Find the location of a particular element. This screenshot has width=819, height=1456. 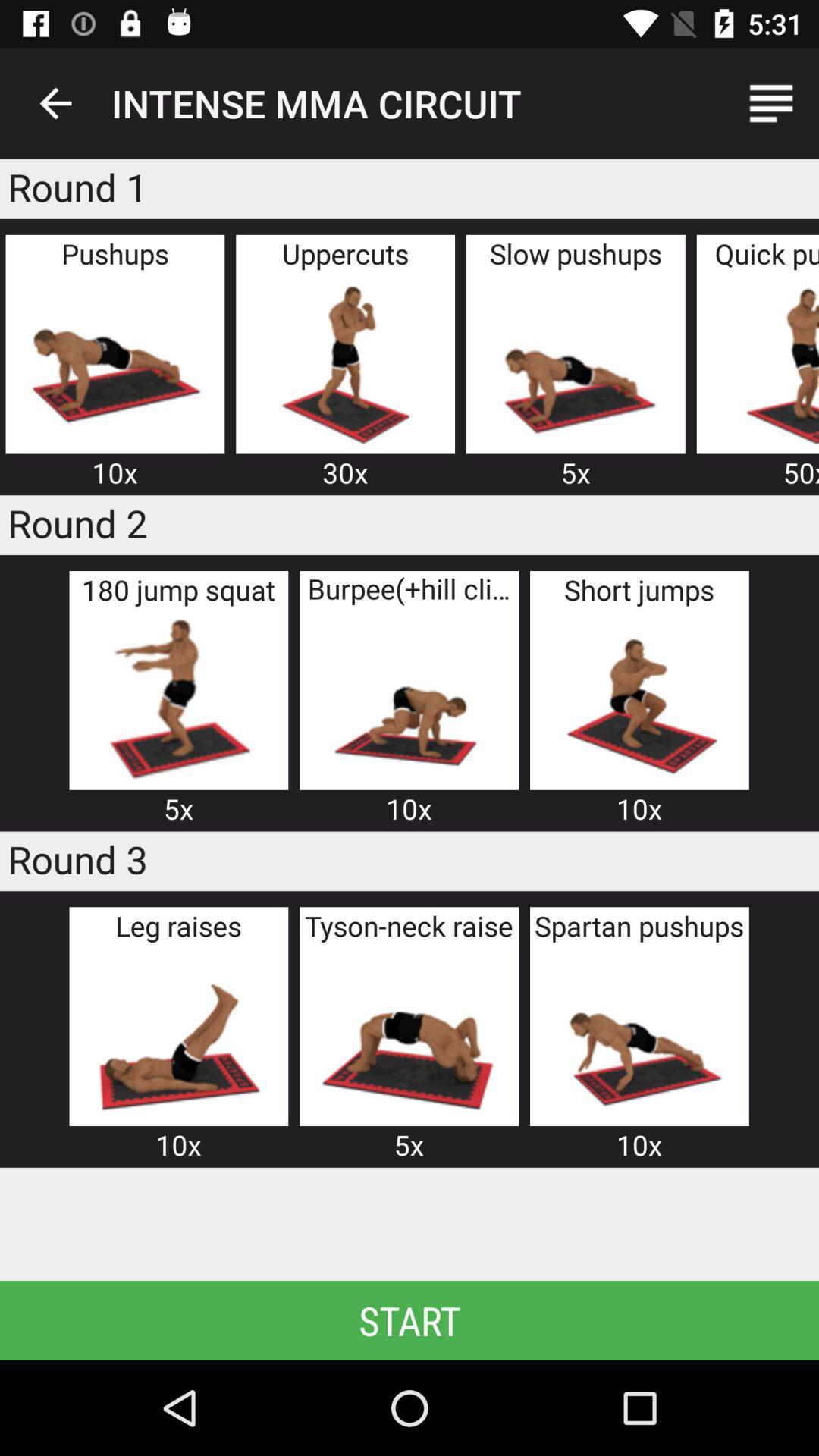

item above the 30x is located at coordinates (345, 362).